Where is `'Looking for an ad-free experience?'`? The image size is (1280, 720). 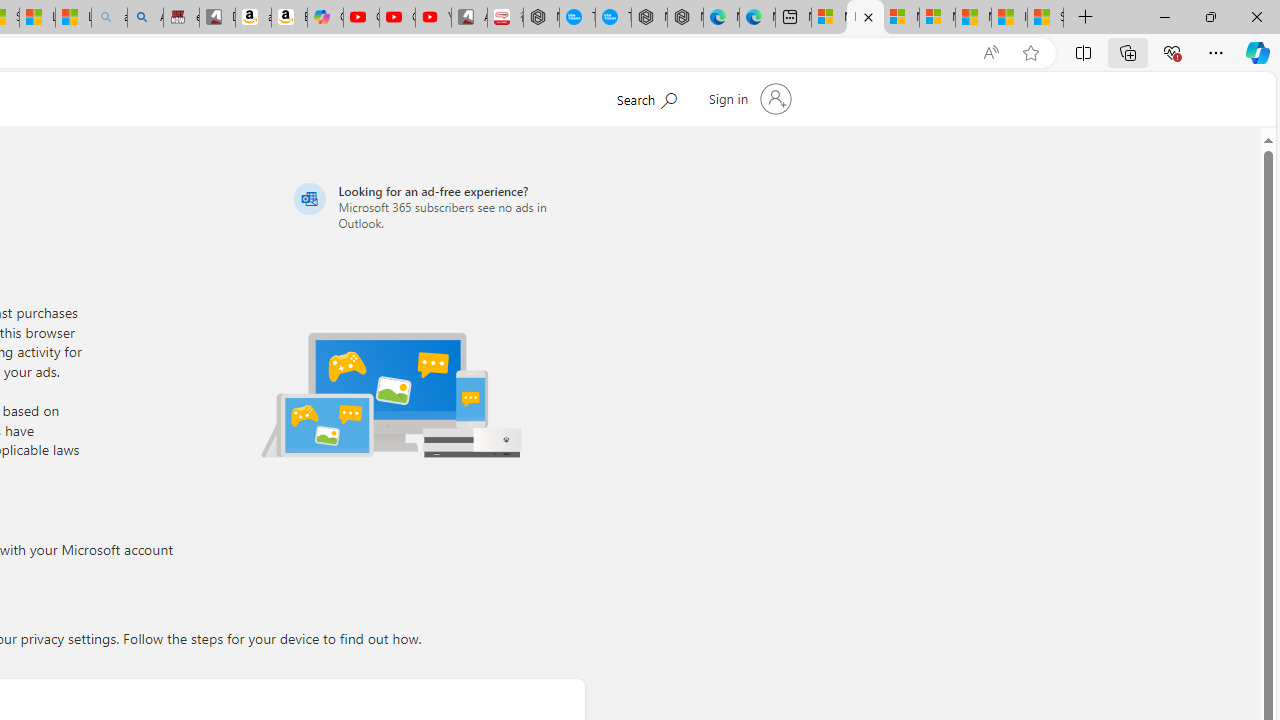
'Looking for an ad-free experience?' is located at coordinates (435, 206).